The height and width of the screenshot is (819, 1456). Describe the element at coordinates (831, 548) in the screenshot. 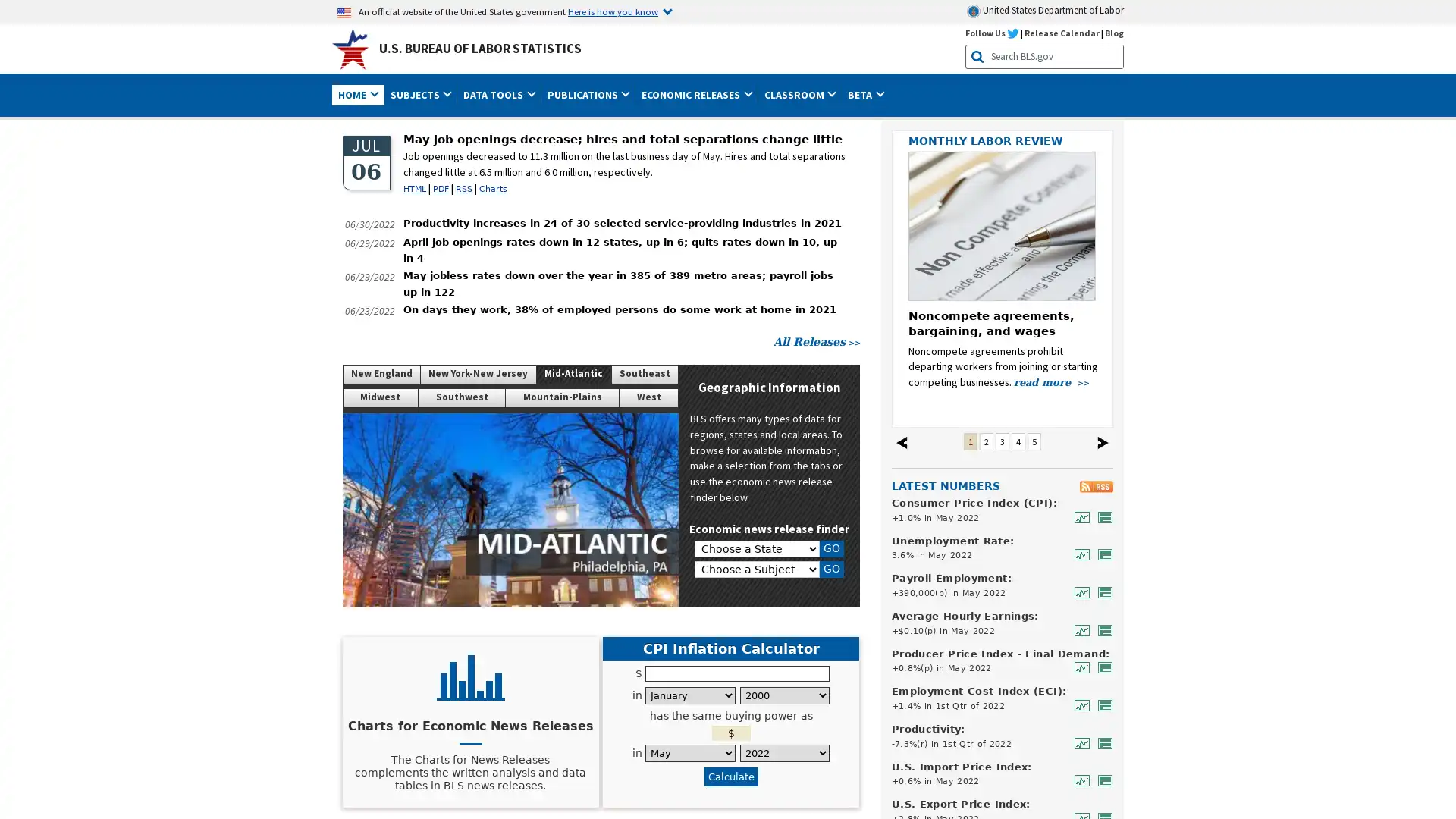

I see `GO` at that location.